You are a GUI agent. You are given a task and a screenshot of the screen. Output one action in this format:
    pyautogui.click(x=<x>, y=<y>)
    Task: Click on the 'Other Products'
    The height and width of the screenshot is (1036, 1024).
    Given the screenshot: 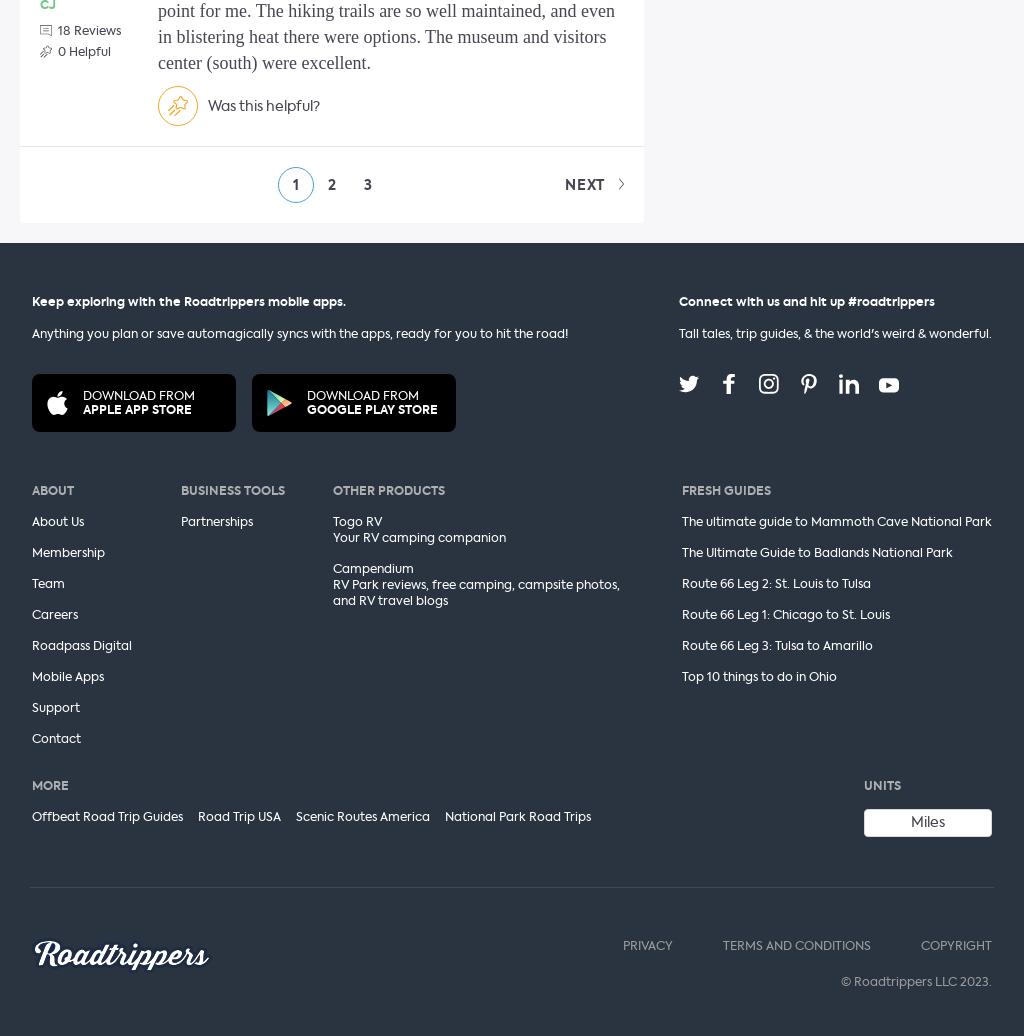 What is the action you would take?
    pyautogui.click(x=388, y=490)
    